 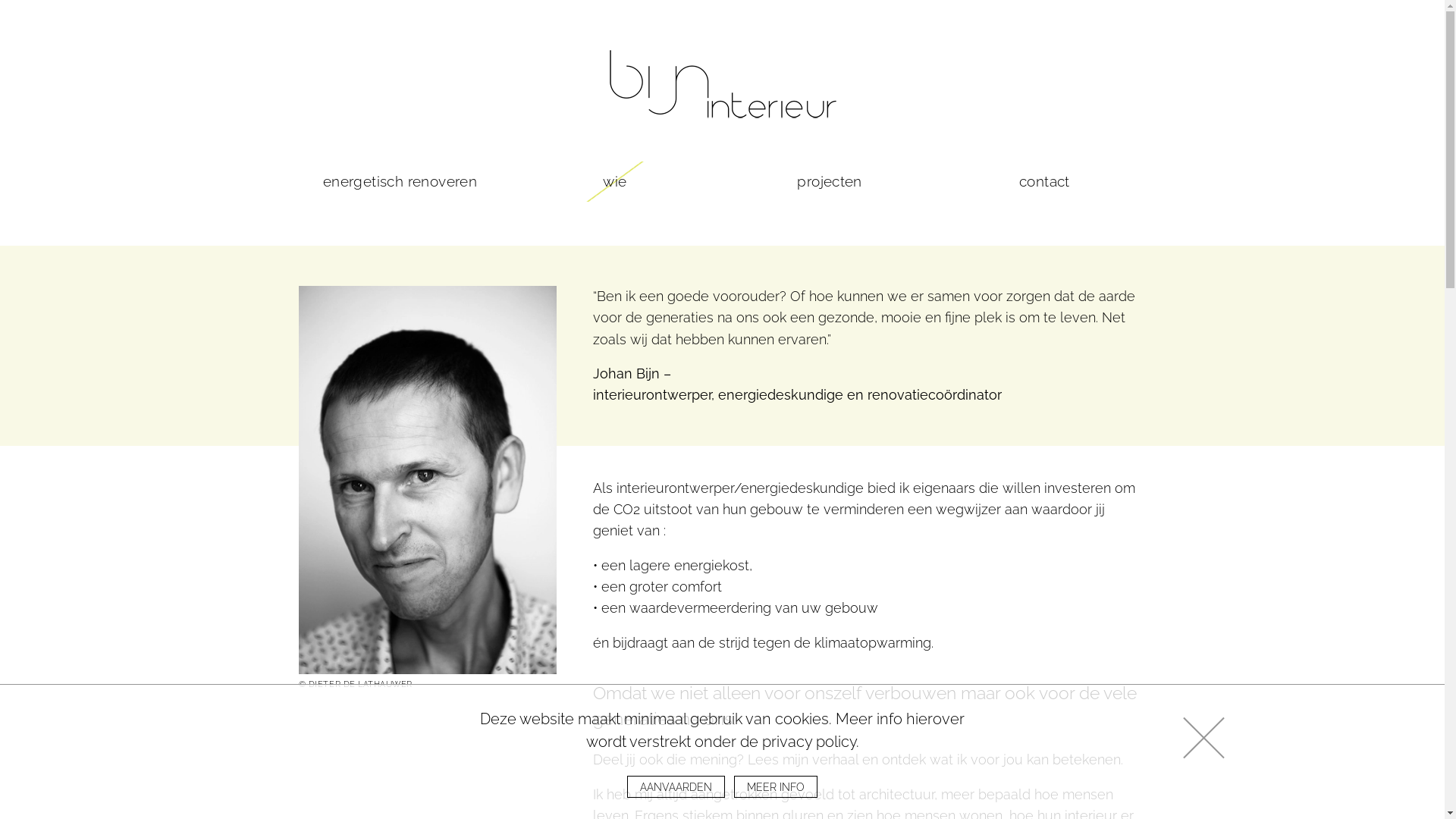 I want to click on 'Home', so click(x=720, y=83).